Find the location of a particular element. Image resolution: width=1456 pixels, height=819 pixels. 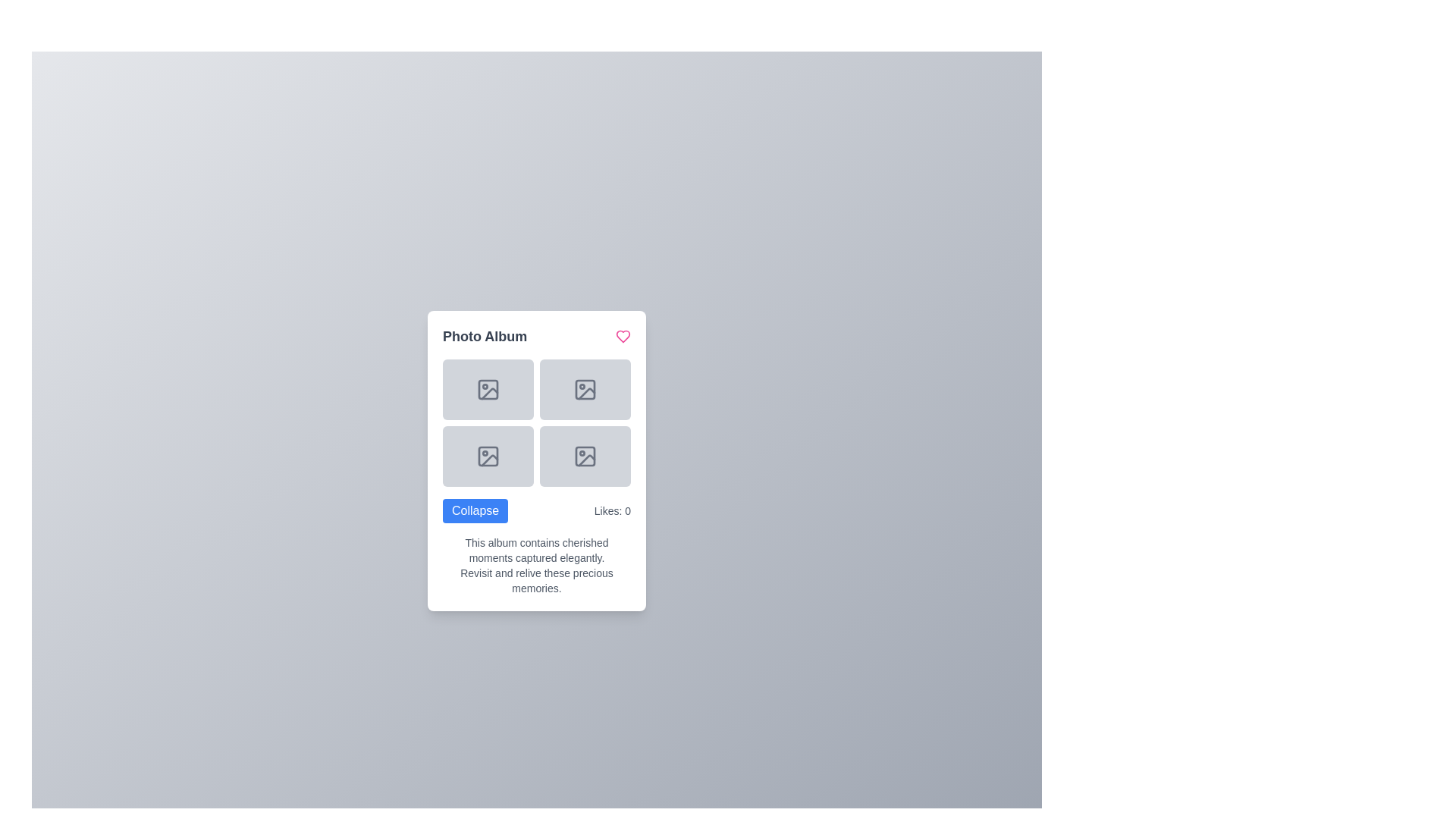

the image placeholder icon located in the bottom-right quarter of a 2x2 grid in the photo album display is located at coordinates (585, 455).